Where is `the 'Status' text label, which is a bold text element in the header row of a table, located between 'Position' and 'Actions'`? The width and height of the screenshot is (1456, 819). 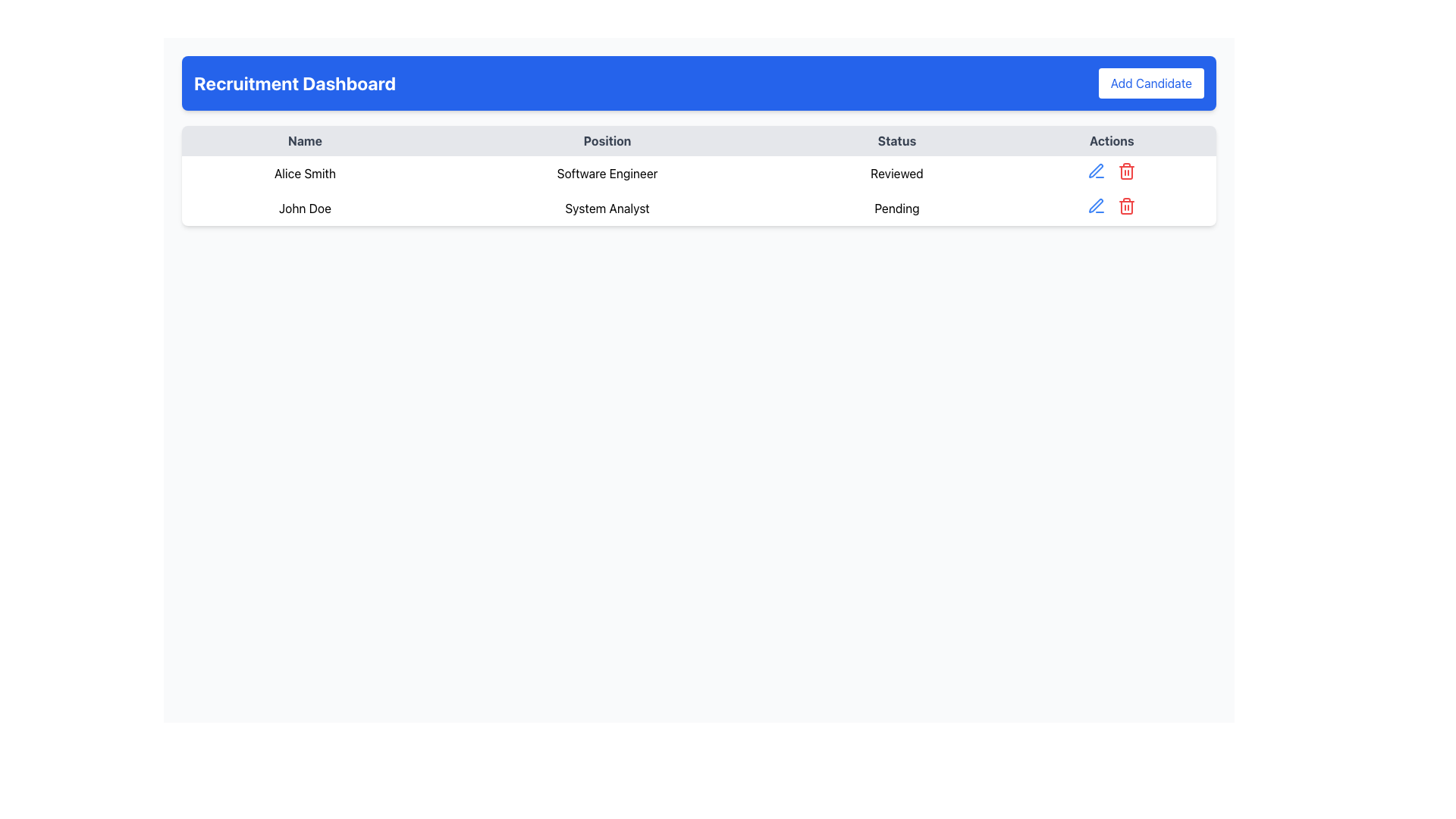 the 'Status' text label, which is a bold text element in the header row of a table, located between 'Position' and 'Actions' is located at coordinates (896, 140).